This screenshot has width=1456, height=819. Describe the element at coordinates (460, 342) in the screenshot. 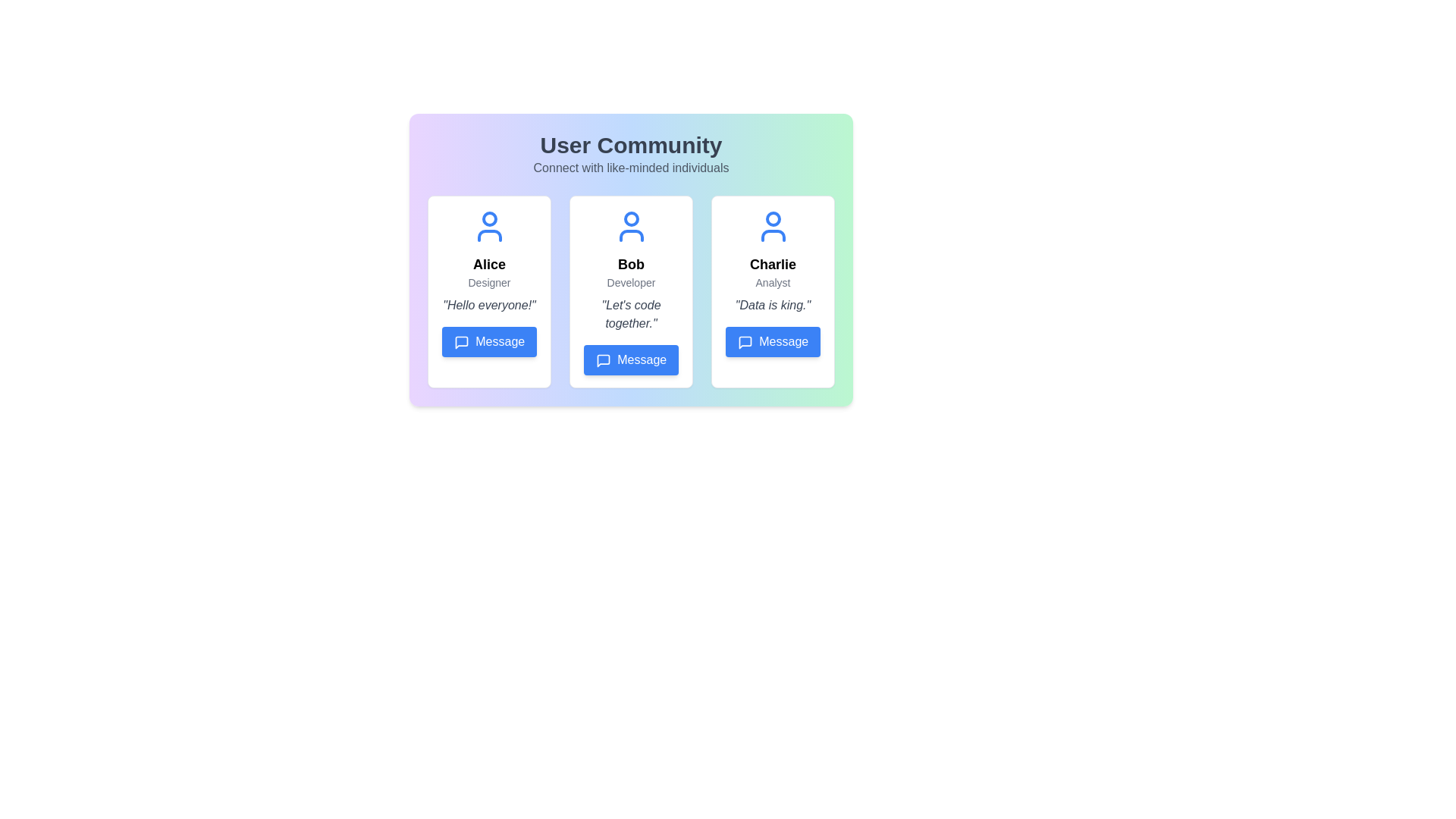

I see `the message icon located to the left of the 'Message' text in the button at the bottom of Alice's profile card` at that location.